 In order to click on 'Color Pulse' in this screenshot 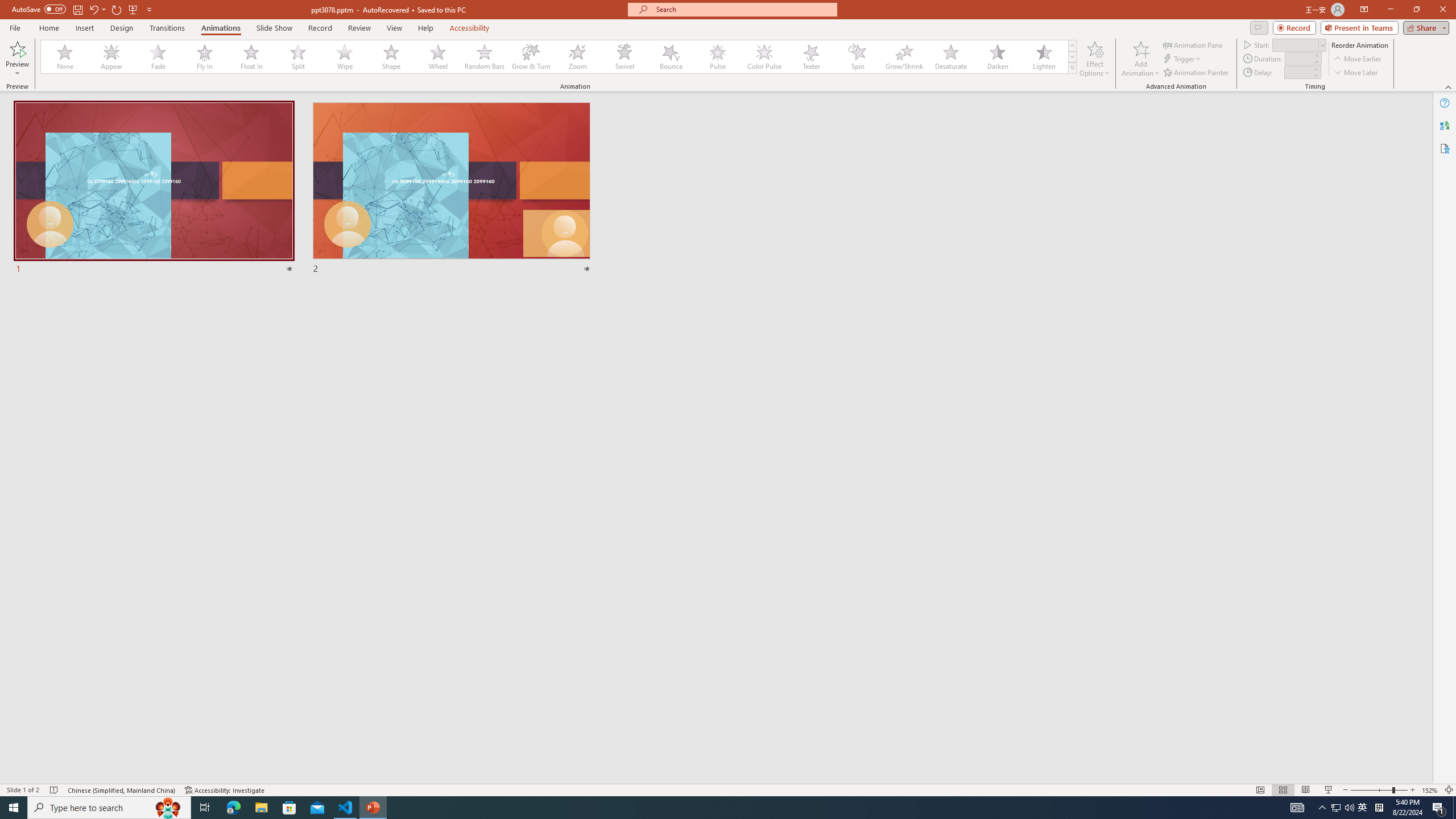, I will do `click(764, 56)`.